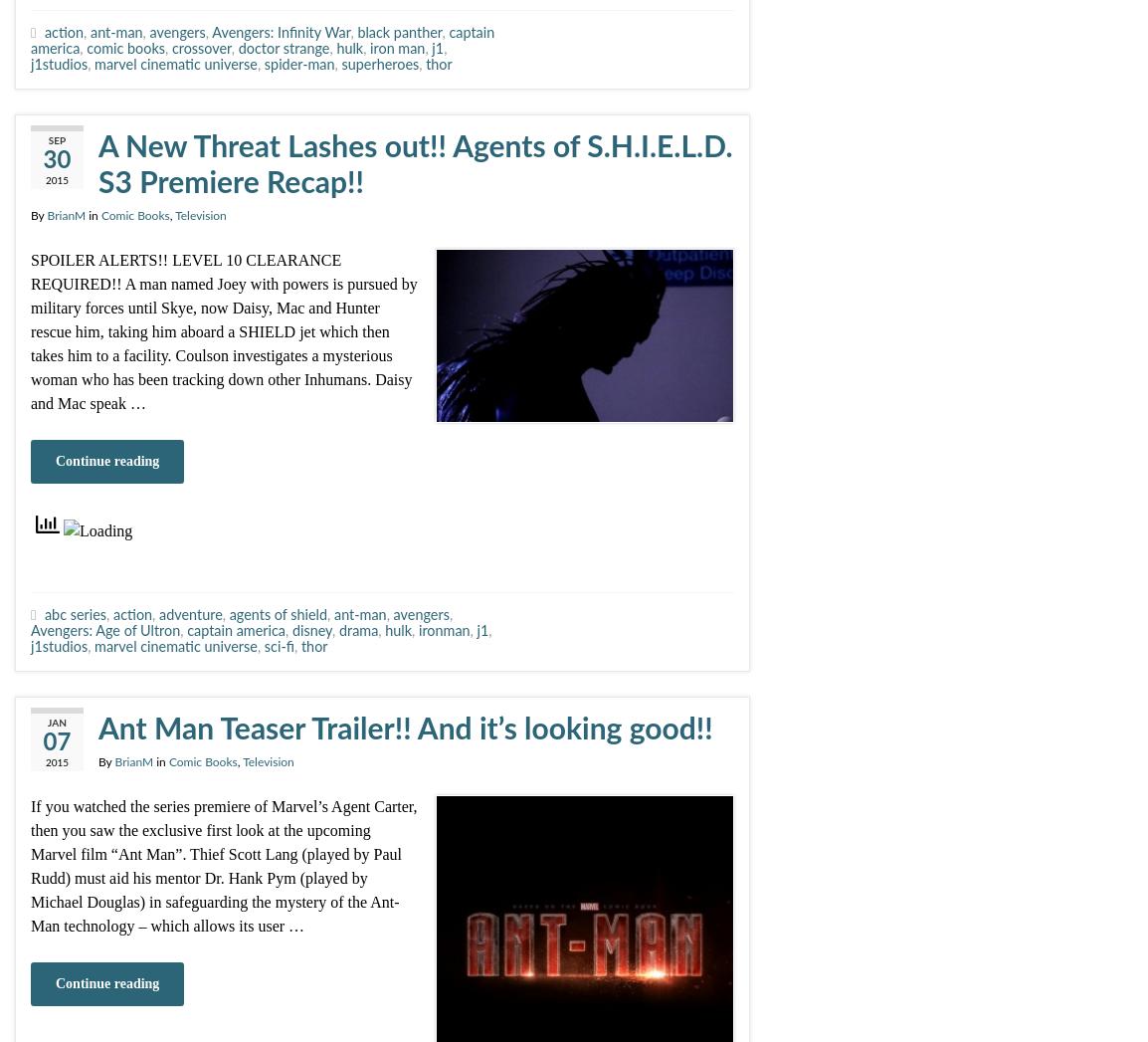 This screenshot has height=1042, width=1148. Describe the element at coordinates (42, 160) in the screenshot. I see `'30'` at that location.